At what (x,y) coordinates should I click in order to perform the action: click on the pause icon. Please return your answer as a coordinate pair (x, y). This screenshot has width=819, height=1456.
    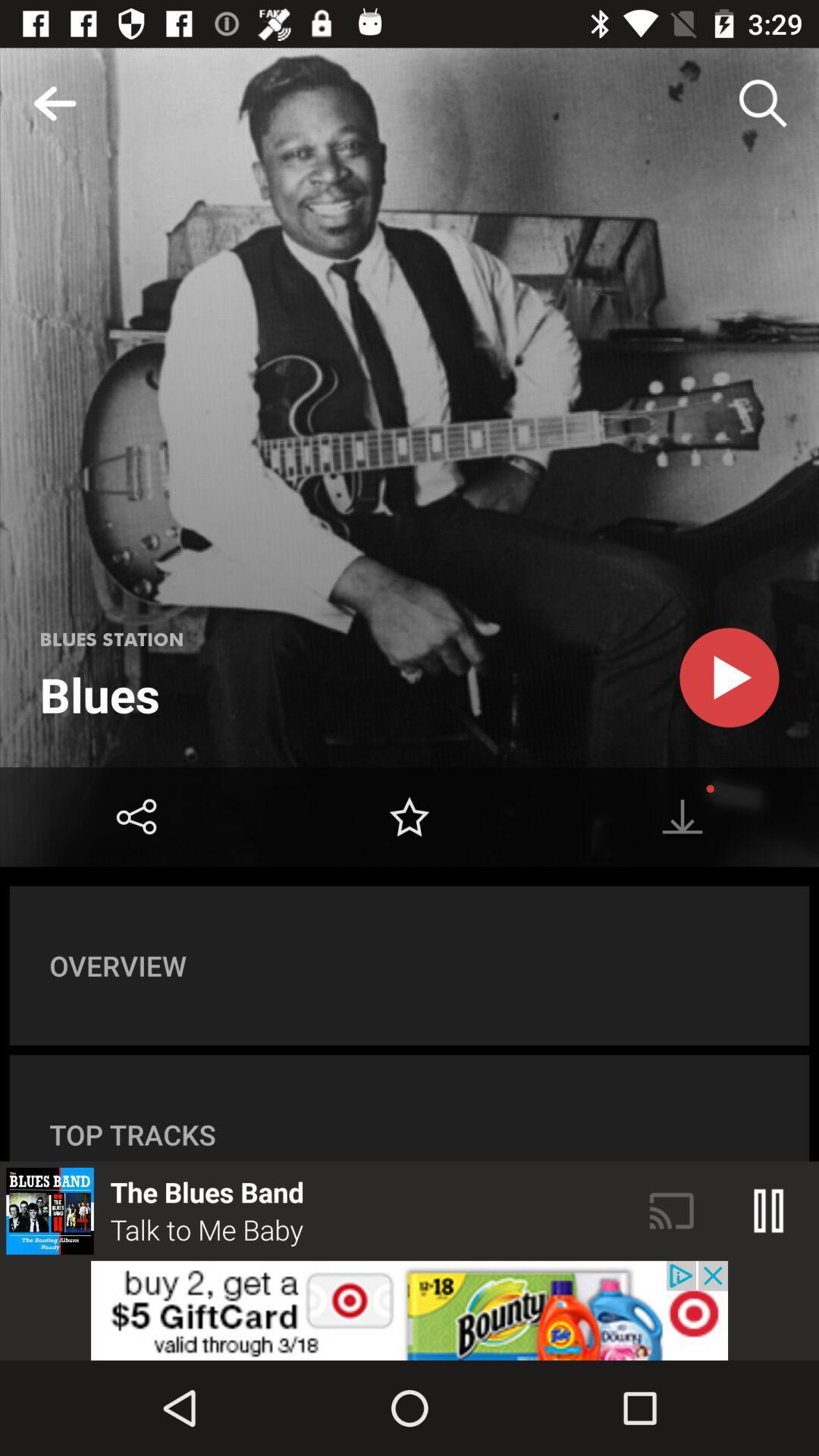
    Looking at the image, I should click on (769, 1210).